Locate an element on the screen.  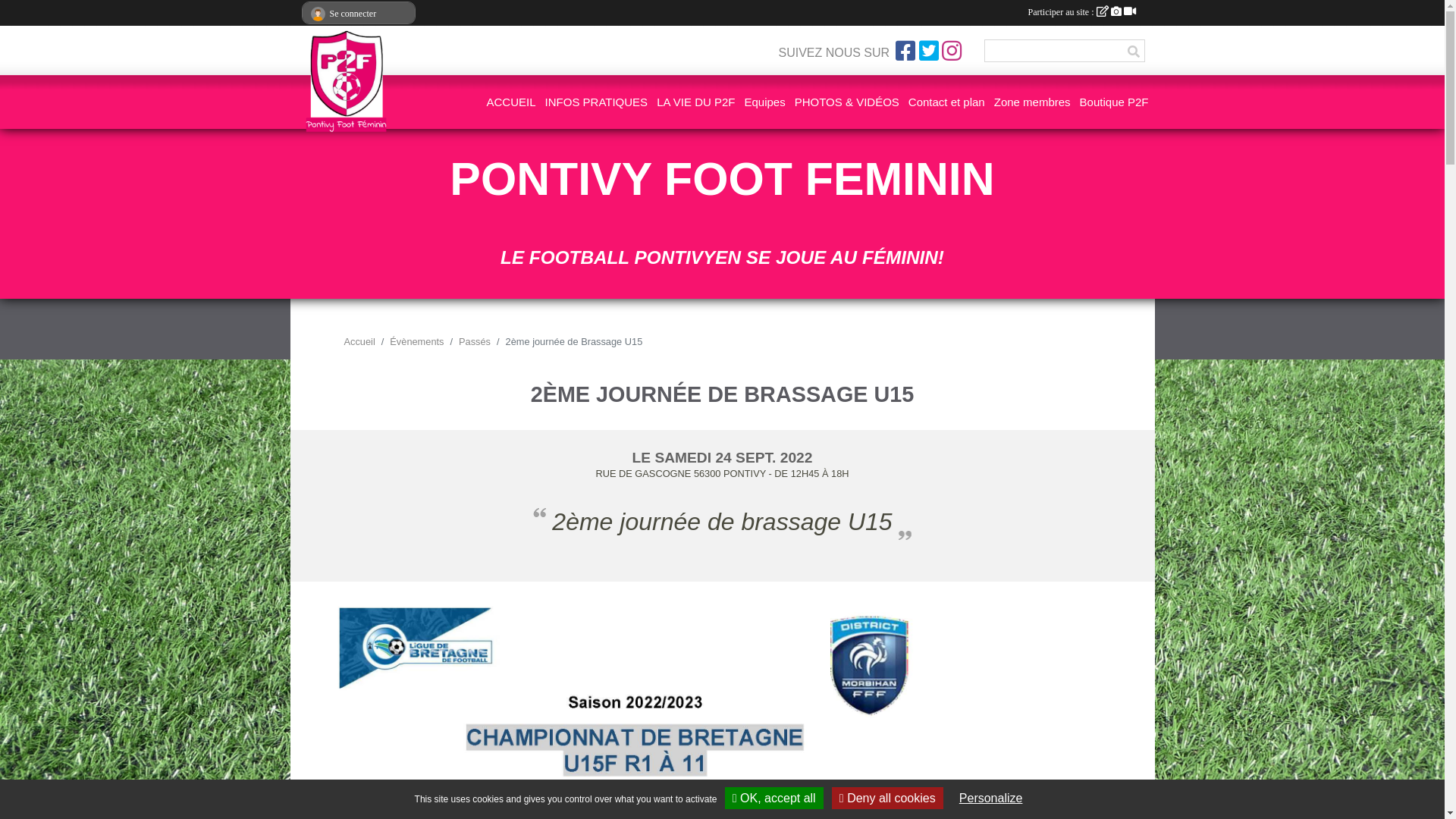
'Page Facebook de l'association' is located at coordinates (905, 49).